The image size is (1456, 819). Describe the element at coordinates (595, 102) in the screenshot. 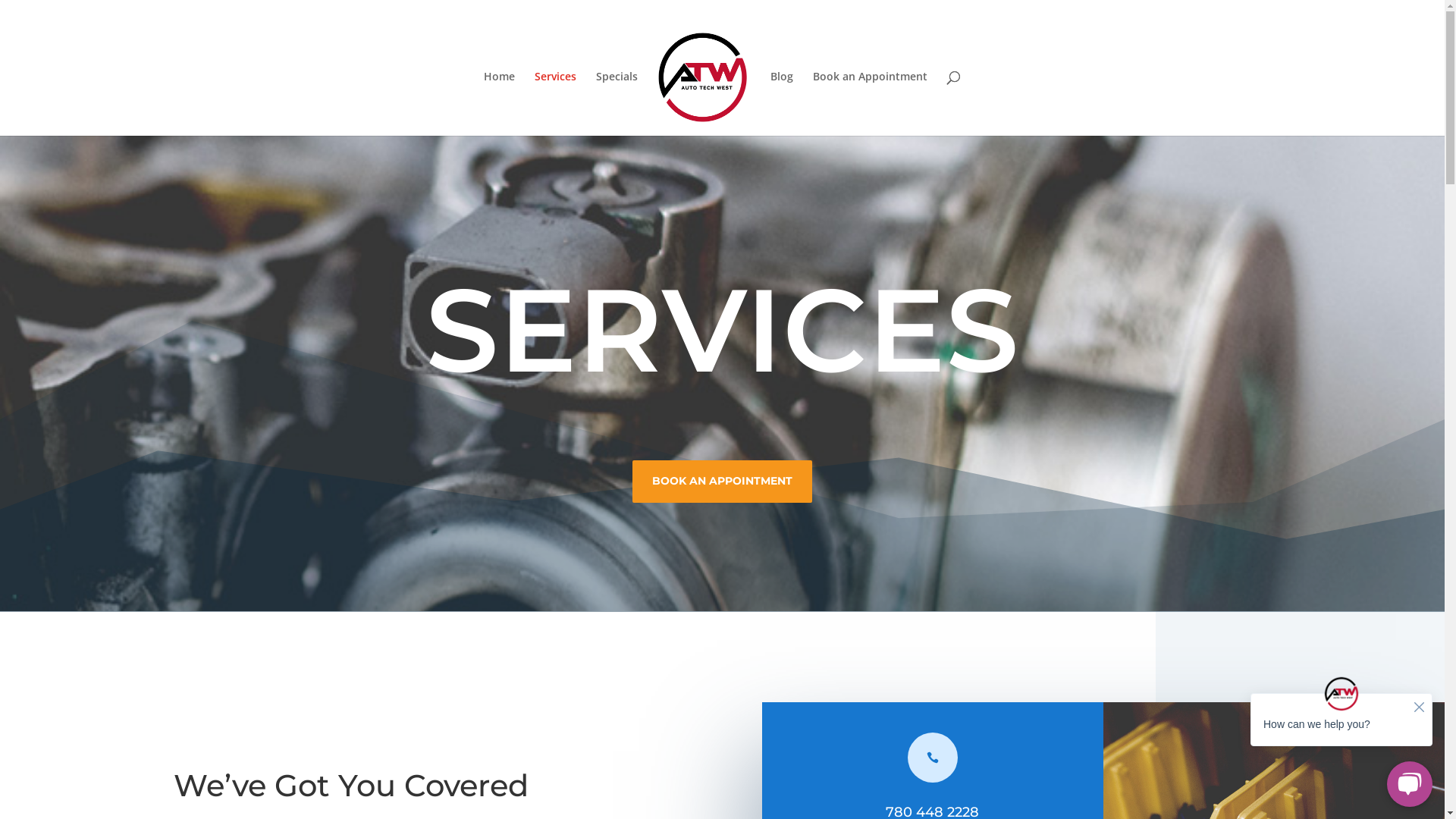

I see `'Specials'` at that location.